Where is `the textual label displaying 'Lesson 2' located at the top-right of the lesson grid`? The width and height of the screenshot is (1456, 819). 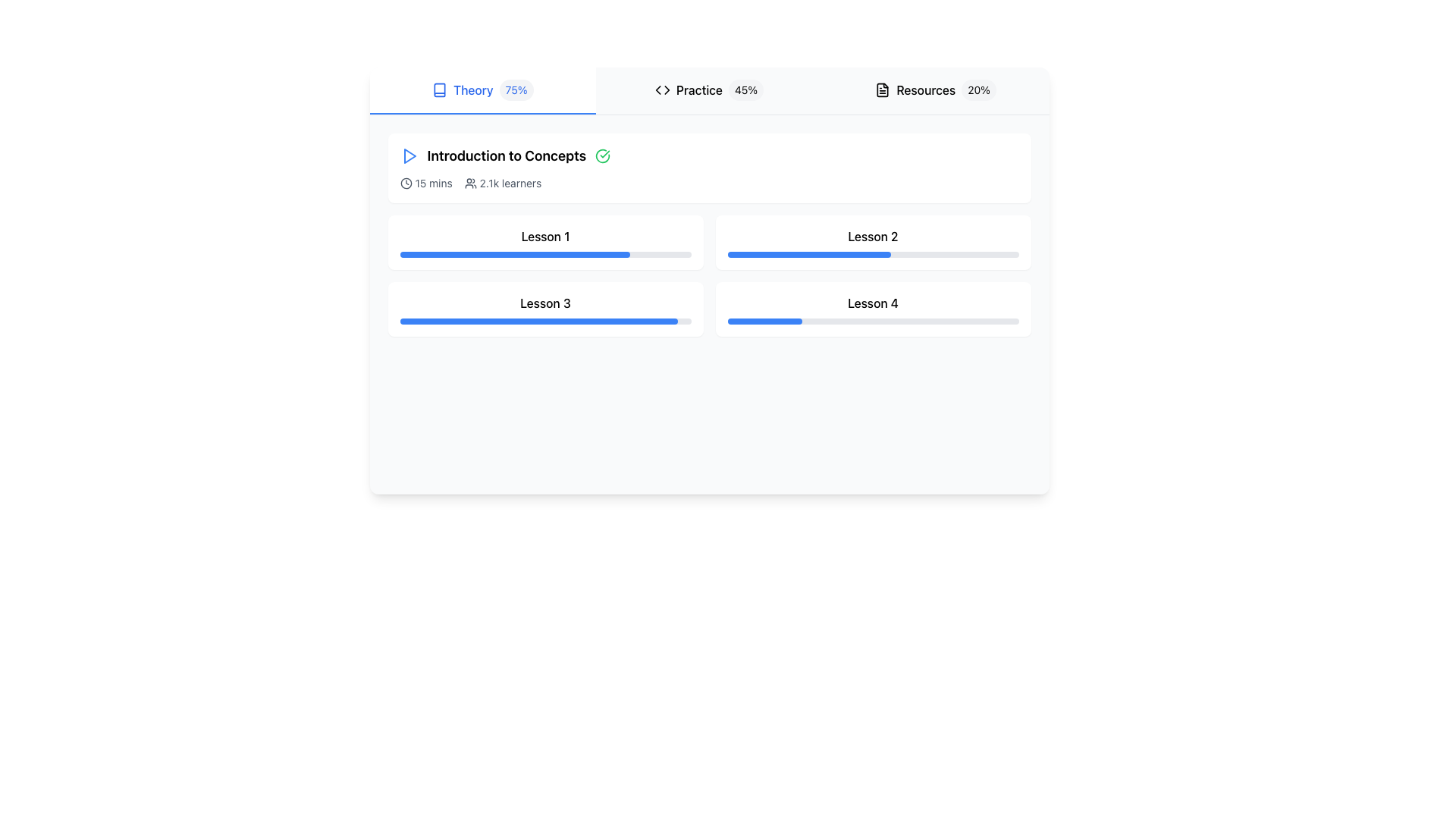 the textual label displaying 'Lesson 2' located at the top-right of the lesson grid is located at coordinates (873, 237).